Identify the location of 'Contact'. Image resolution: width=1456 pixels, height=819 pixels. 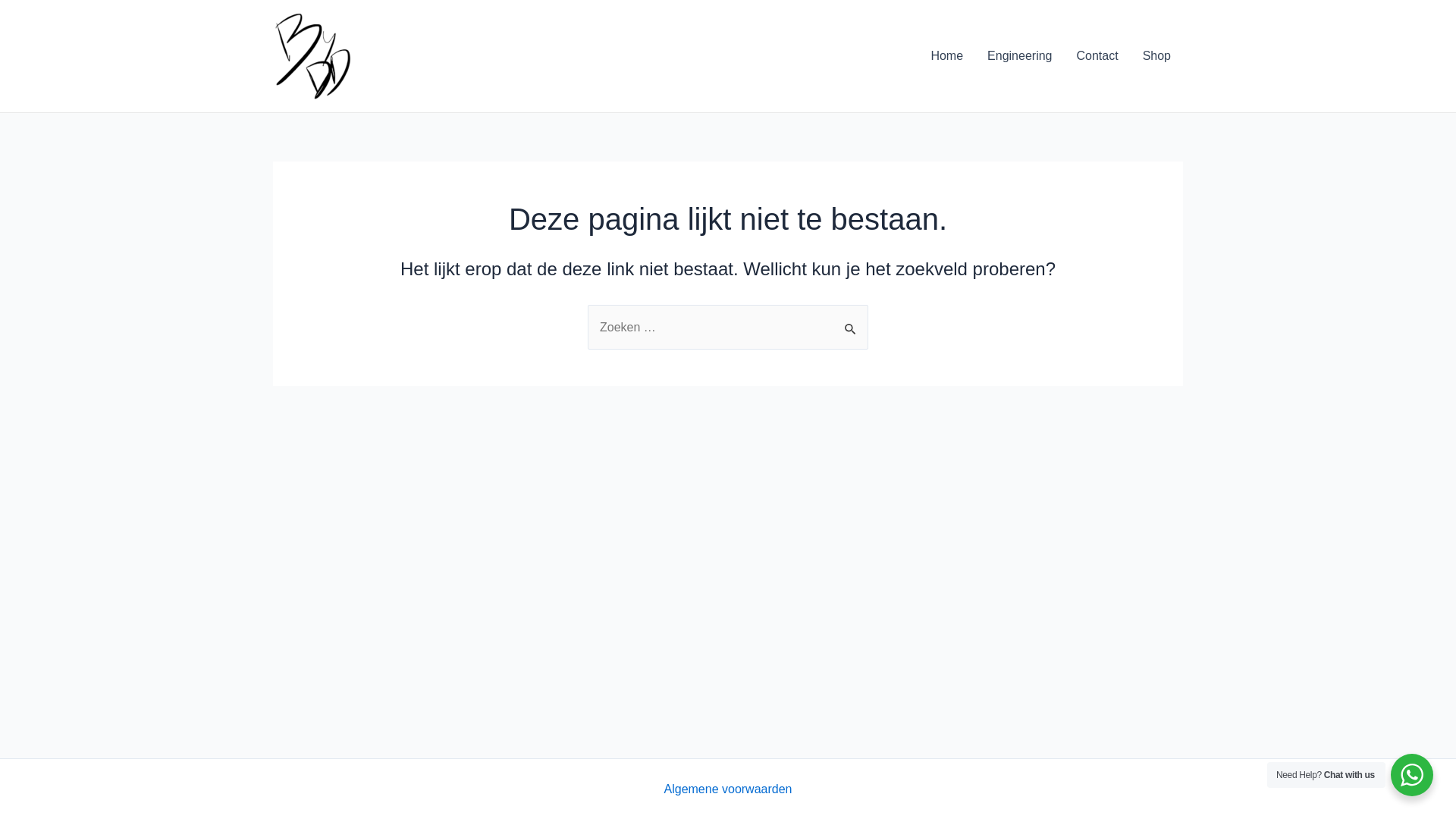
(1097, 55).